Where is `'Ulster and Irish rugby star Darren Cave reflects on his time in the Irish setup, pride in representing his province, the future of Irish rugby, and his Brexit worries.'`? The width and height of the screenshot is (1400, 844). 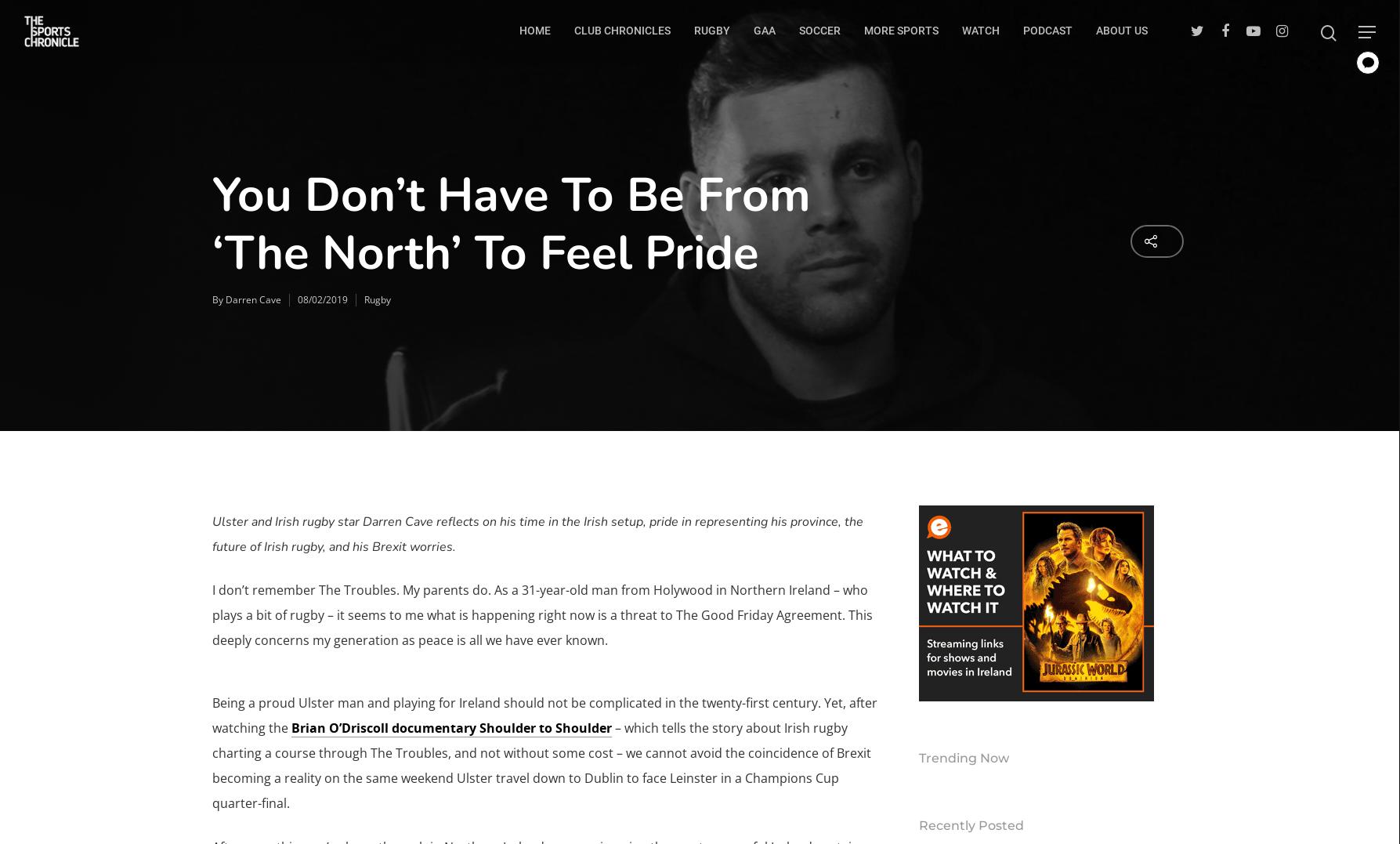 'Ulster and Irish rugby star Darren Cave reflects on his time in the Irish setup, pride in representing his province, the future of Irish rugby, and his Brexit worries.' is located at coordinates (536, 533).